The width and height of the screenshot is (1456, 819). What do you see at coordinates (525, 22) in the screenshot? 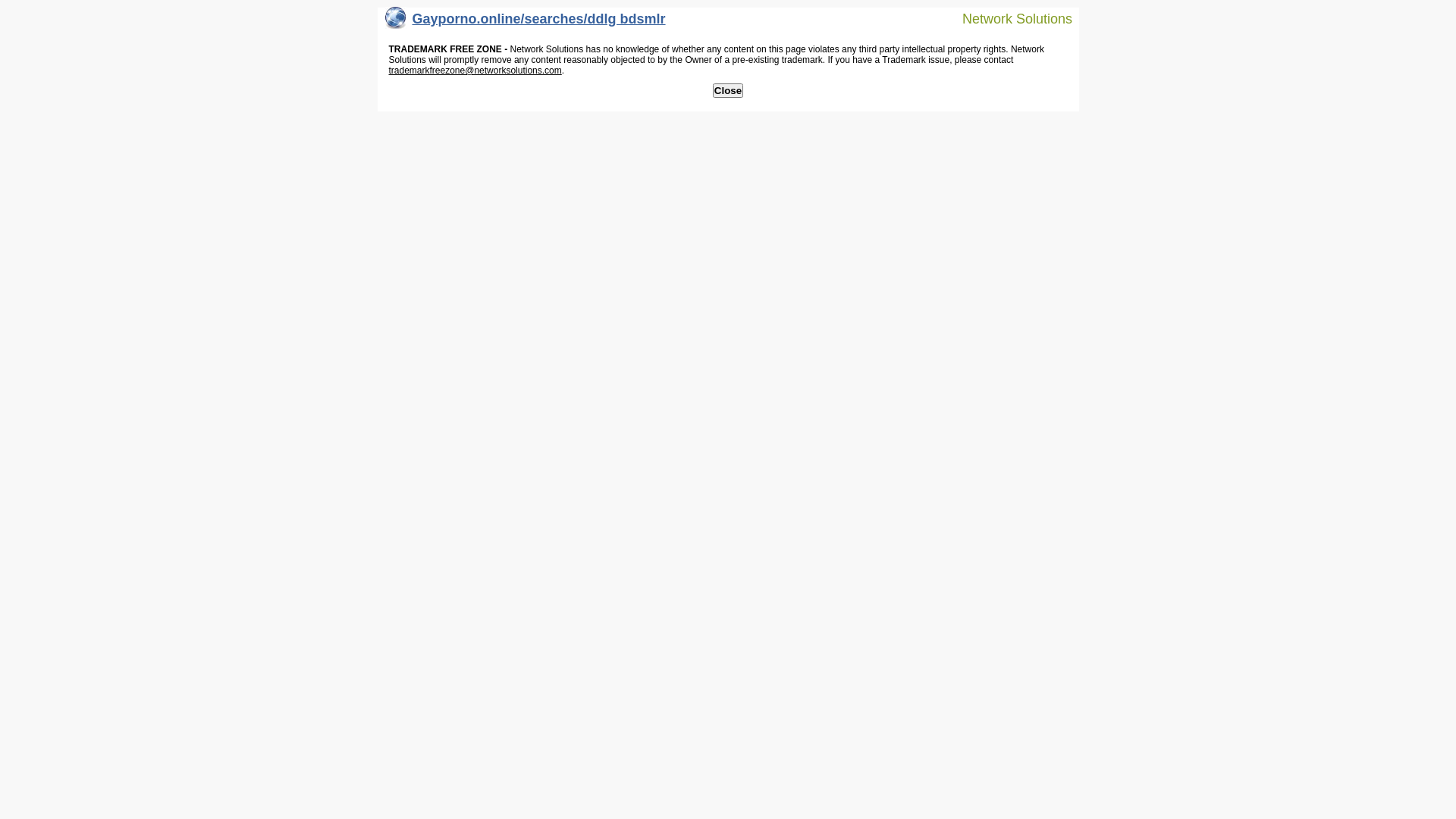
I see `'Gayporno.online/searches/ddlg bdsmlr'` at bounding box center [525, 22].